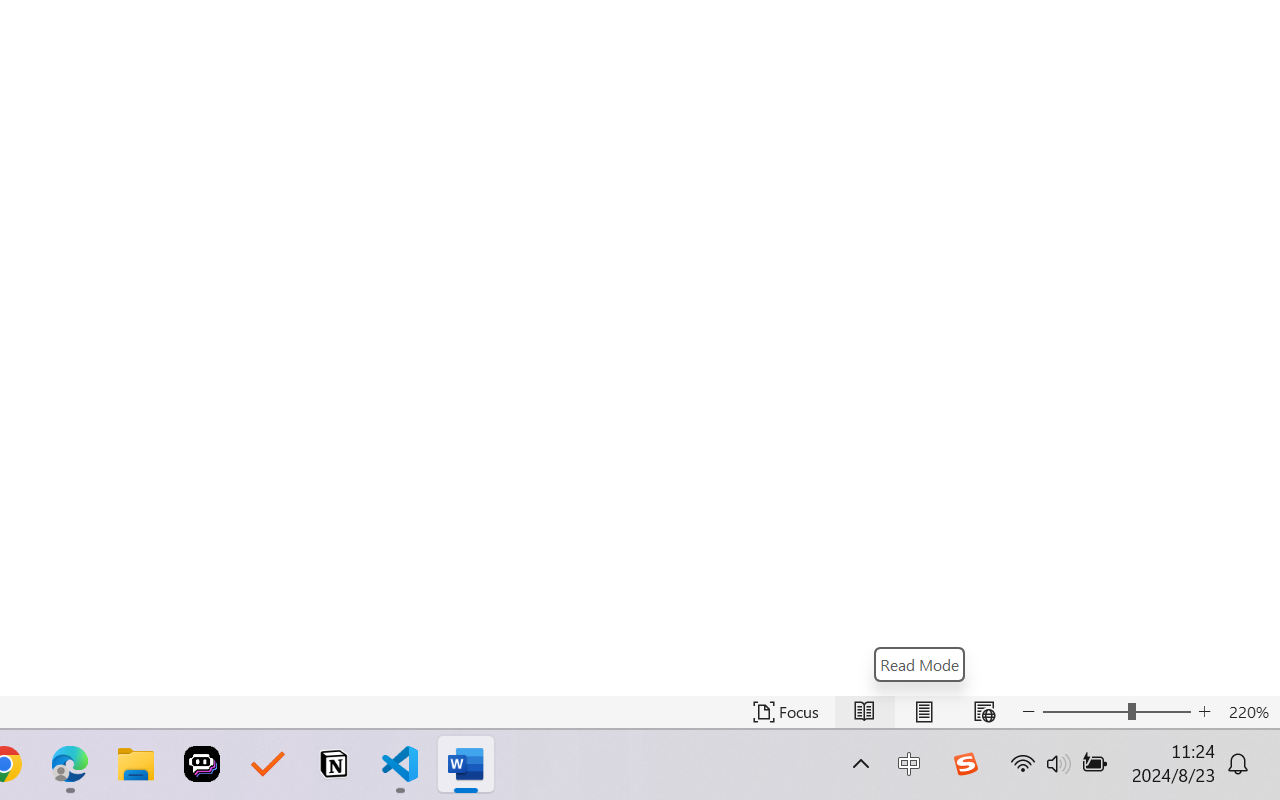 The image size is (1280, 800). I want to click on 'Text Size', so click(1115, 711).